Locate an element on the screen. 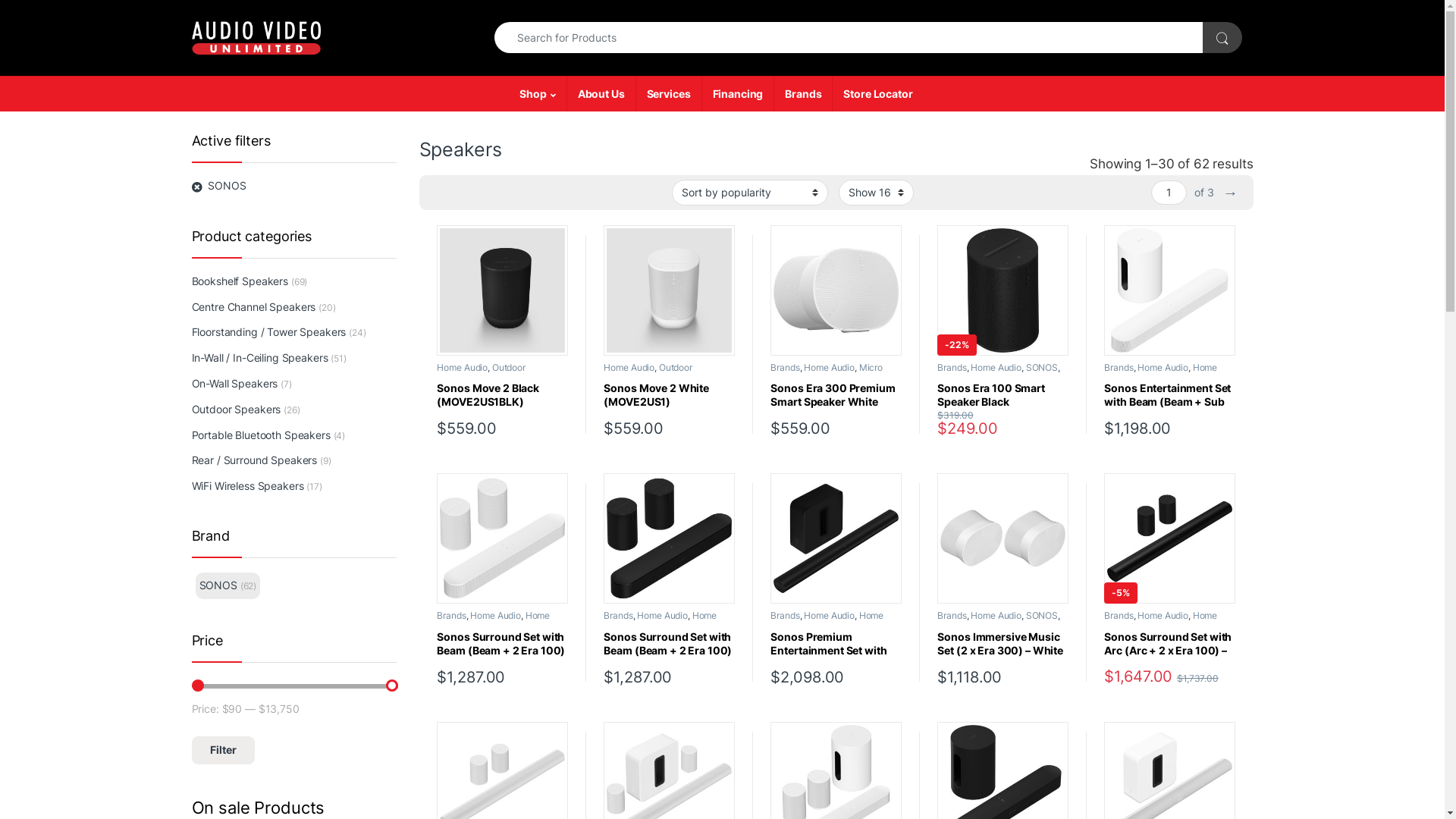  'Sonos Move 2 Black (MOVE2US1BLK)' is located at coordinates (502, 394).